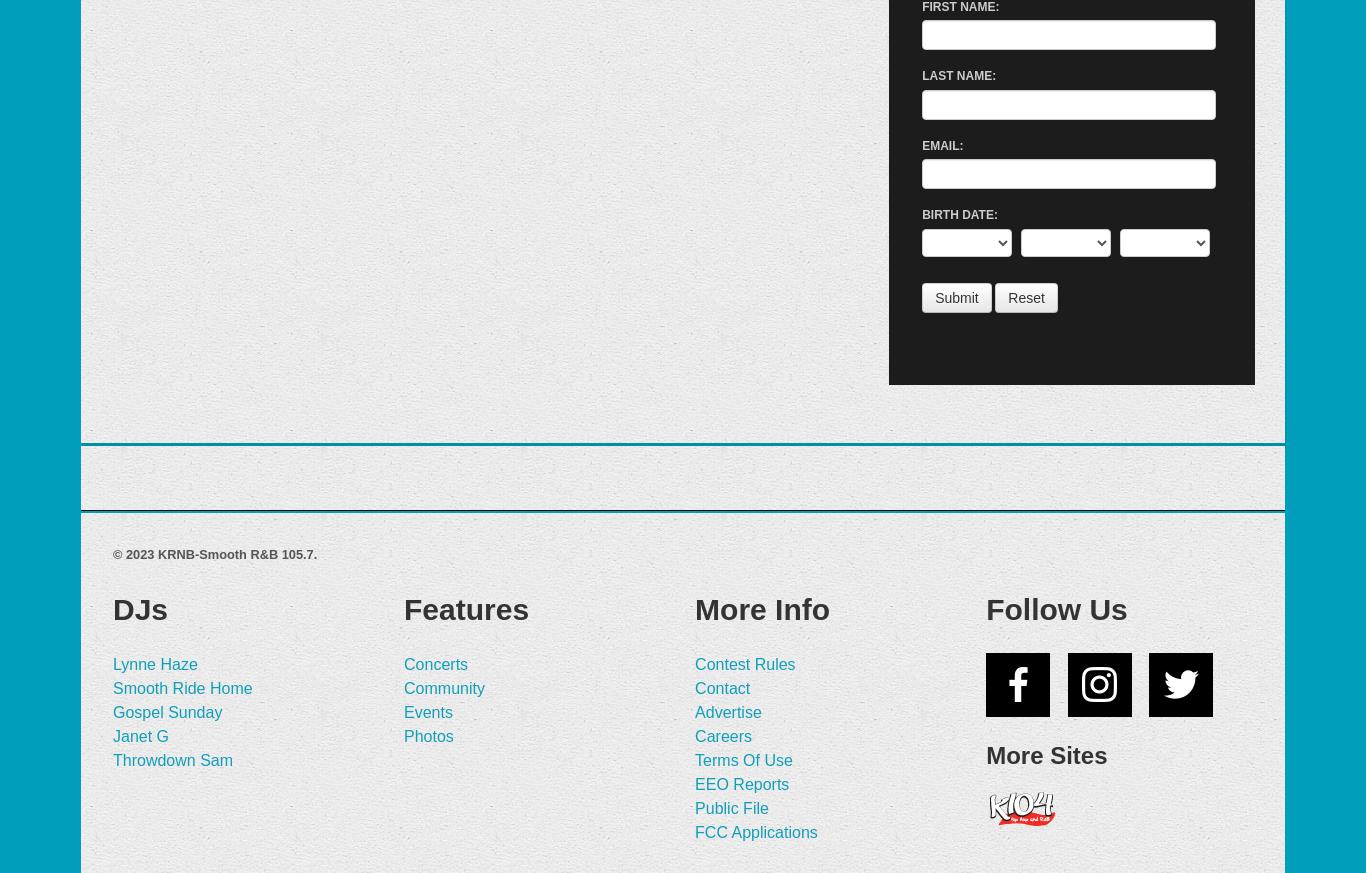  I want to click on 'Birth Date:', so click(959, 214).